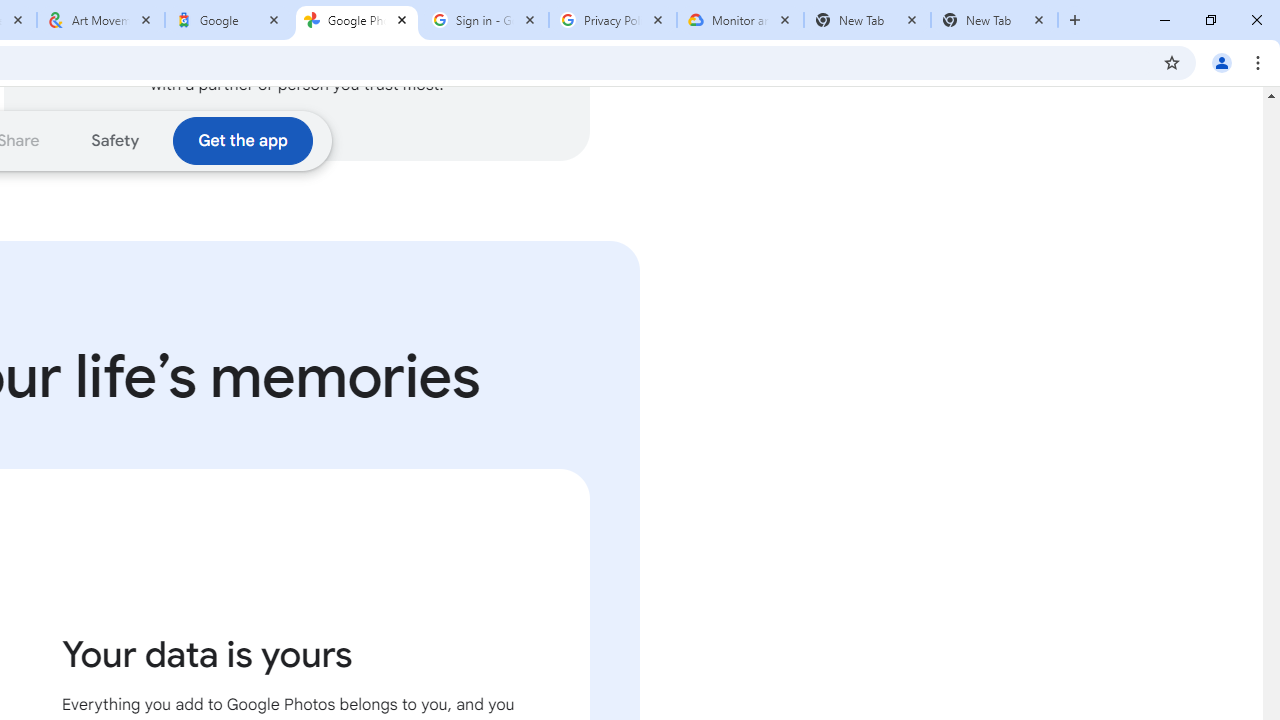  I want to click on 'Google', so click(229, 20).